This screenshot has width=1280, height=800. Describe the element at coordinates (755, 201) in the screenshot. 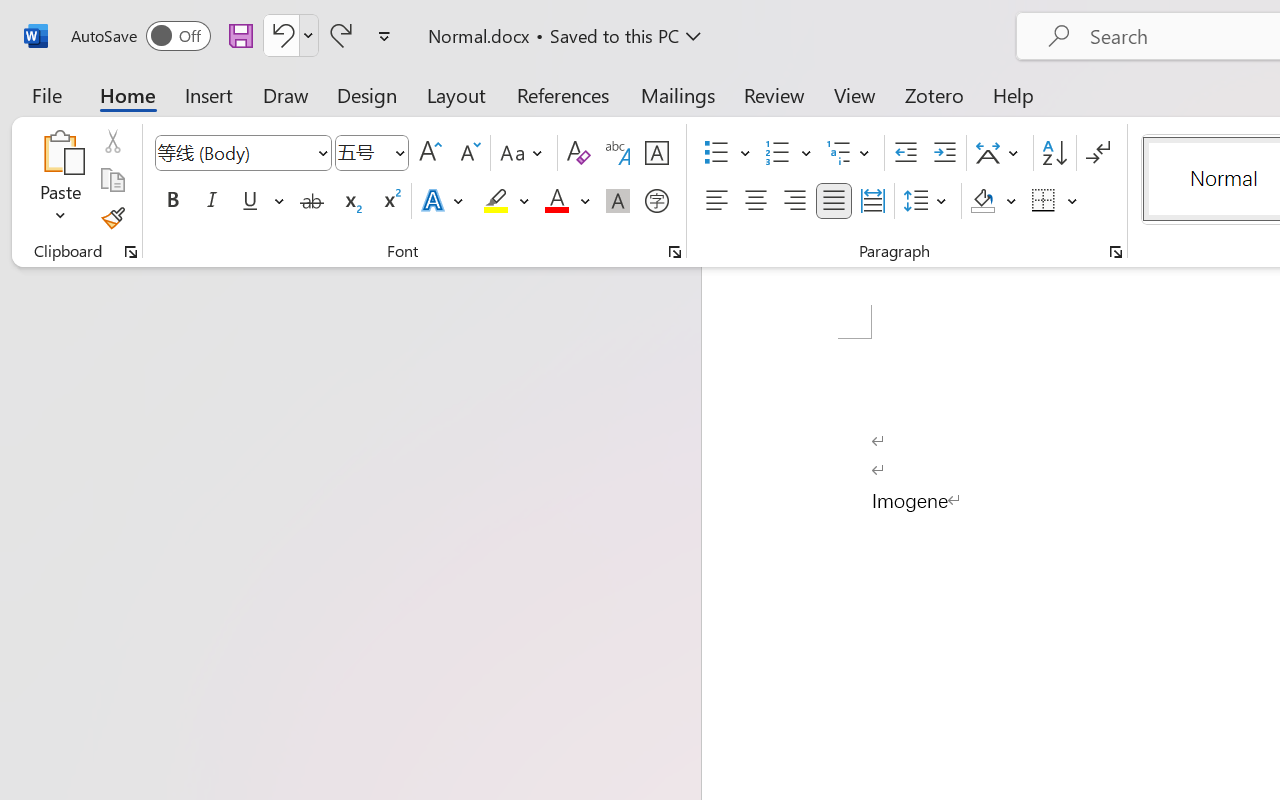

I see `'Center'` at that location.